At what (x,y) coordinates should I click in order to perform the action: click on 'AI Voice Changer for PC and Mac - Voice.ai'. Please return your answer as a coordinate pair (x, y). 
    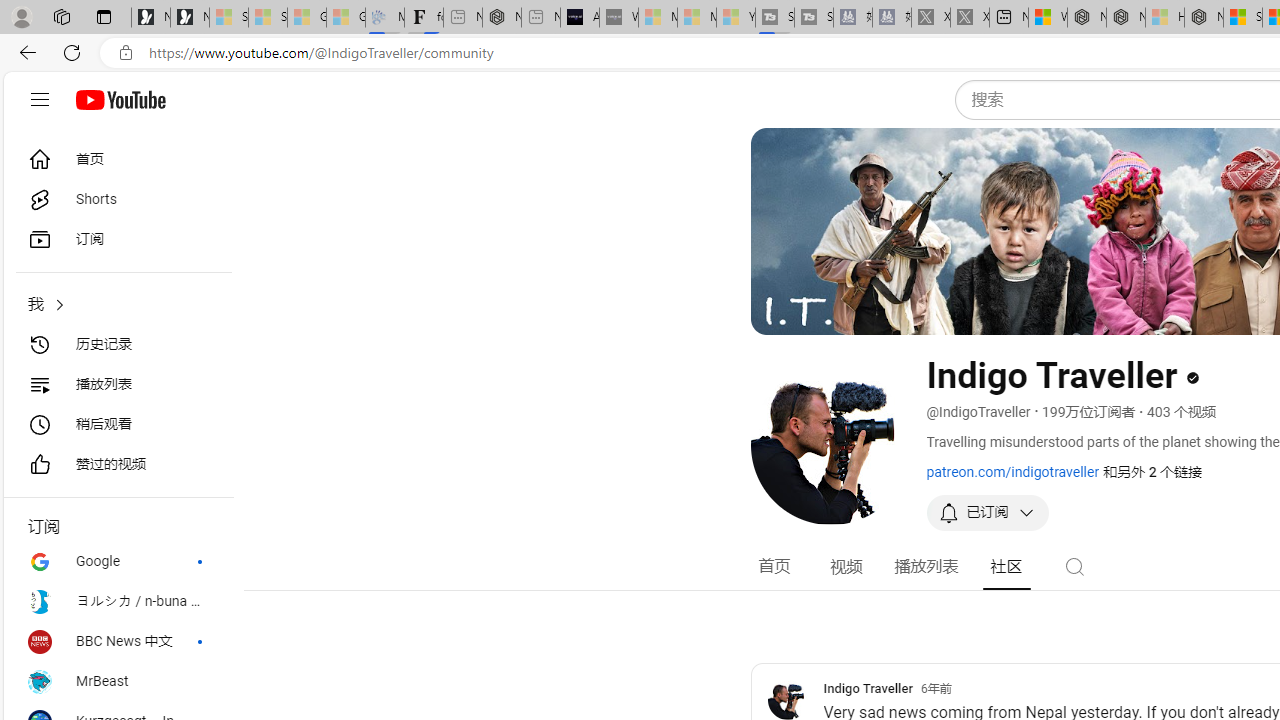
    Looking at the image, I should click on (578, 17).